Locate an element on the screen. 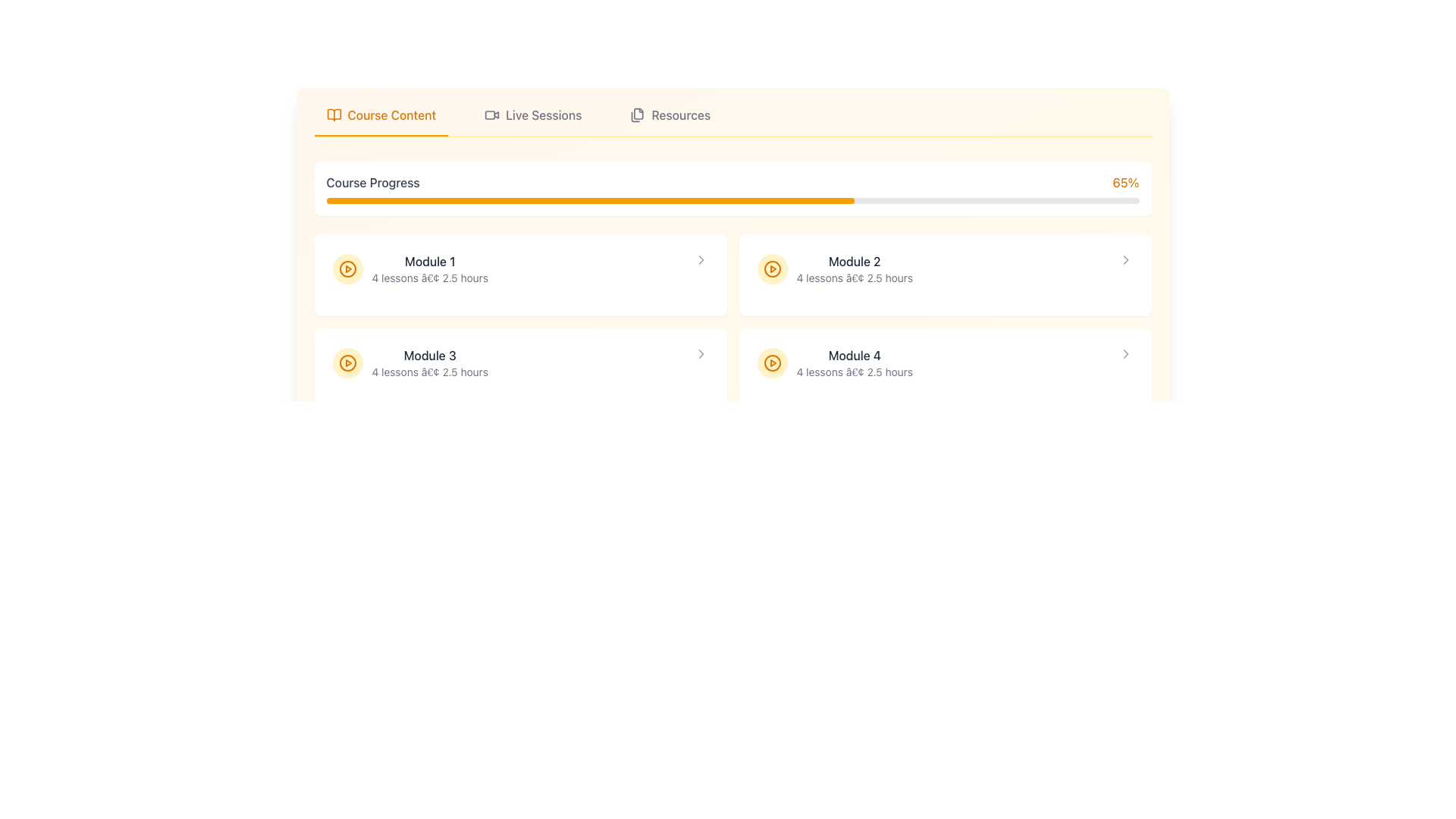 The height and width of the screenshot is (819, 1456). the text display UI component showing 'Module 1' and its details is located at coordinates (429, 268).